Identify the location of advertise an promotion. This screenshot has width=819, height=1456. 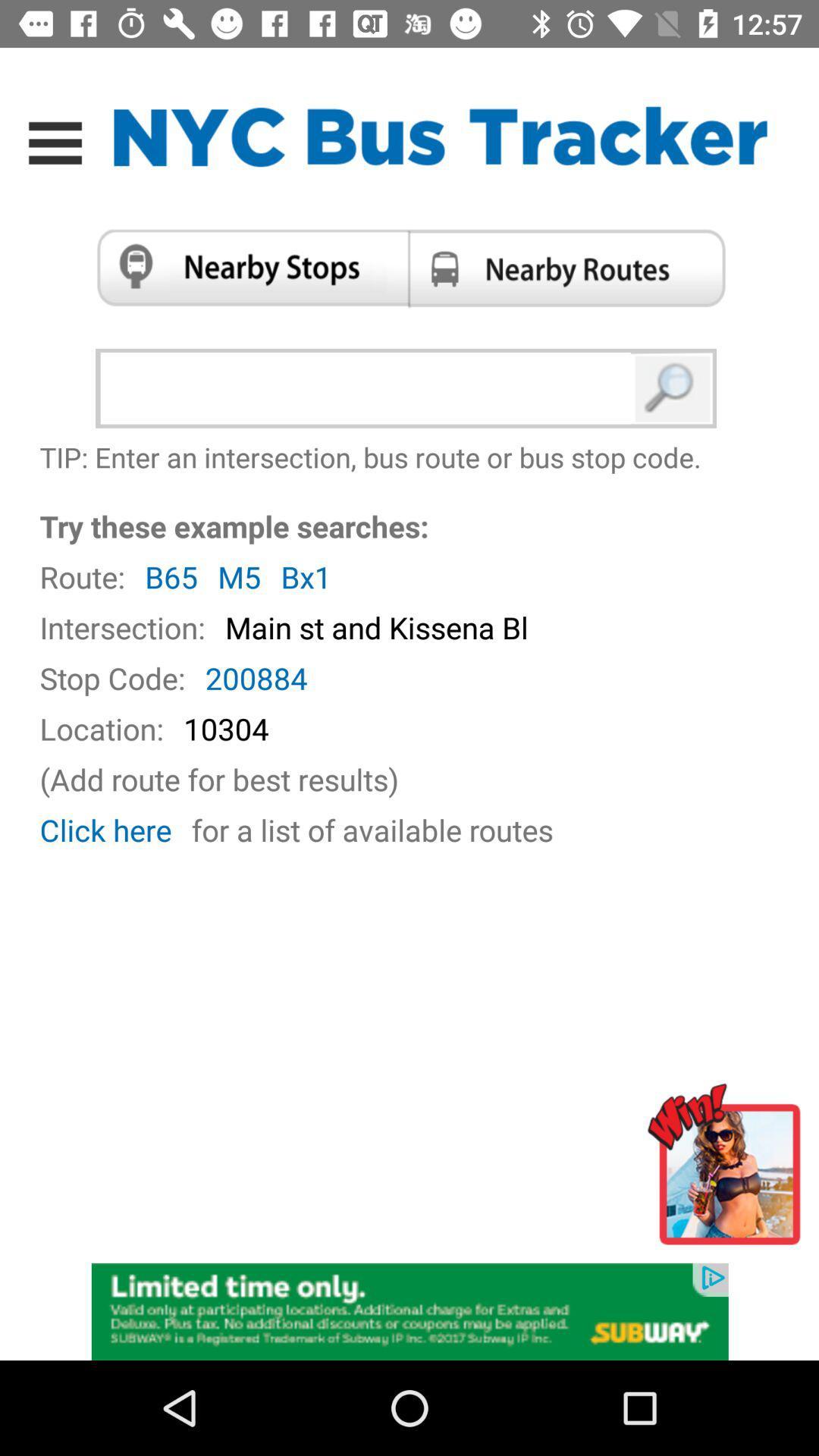
(409, 1310).